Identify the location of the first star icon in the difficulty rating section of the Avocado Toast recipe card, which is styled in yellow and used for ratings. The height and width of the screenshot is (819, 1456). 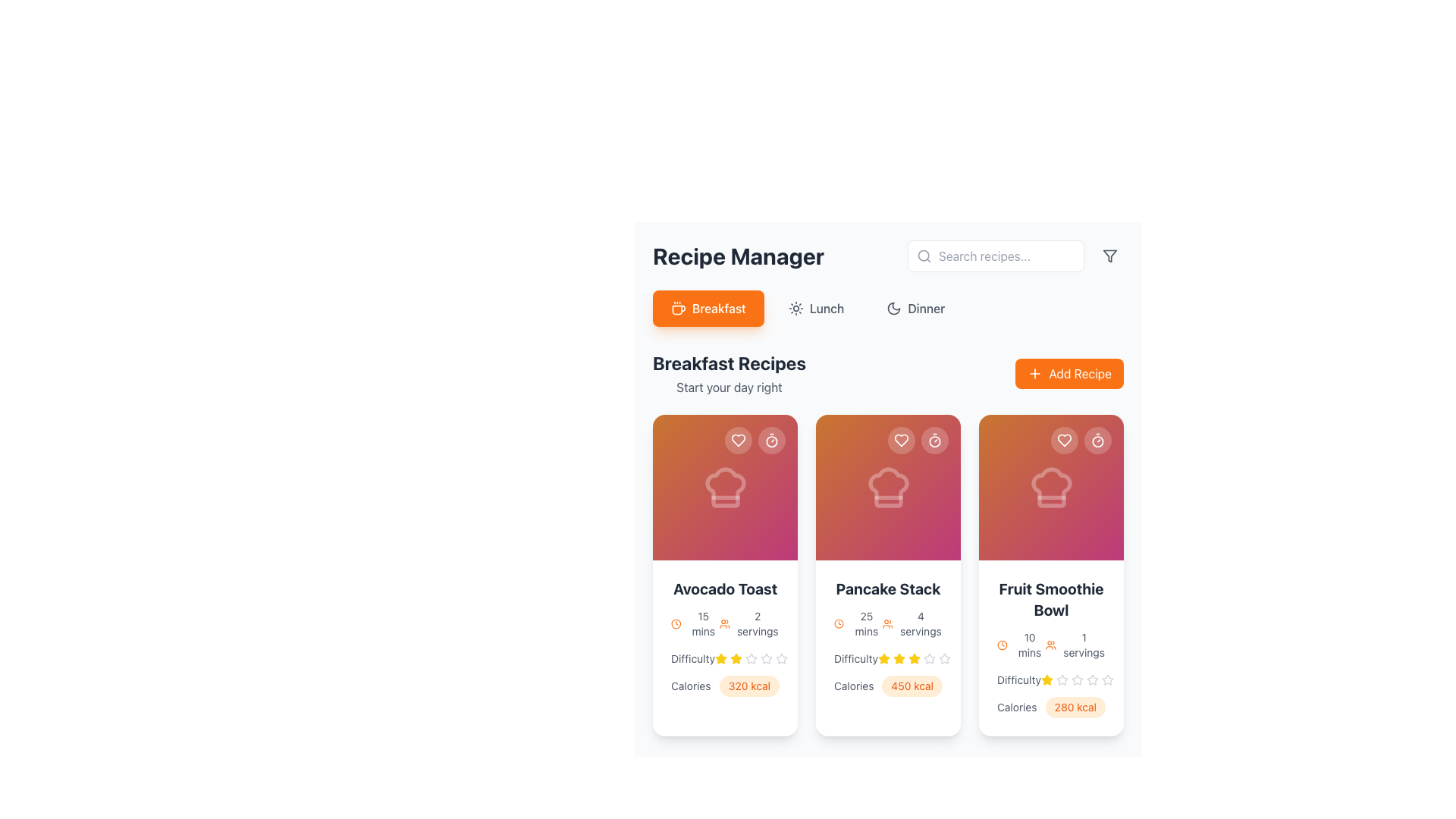
(736, 657).